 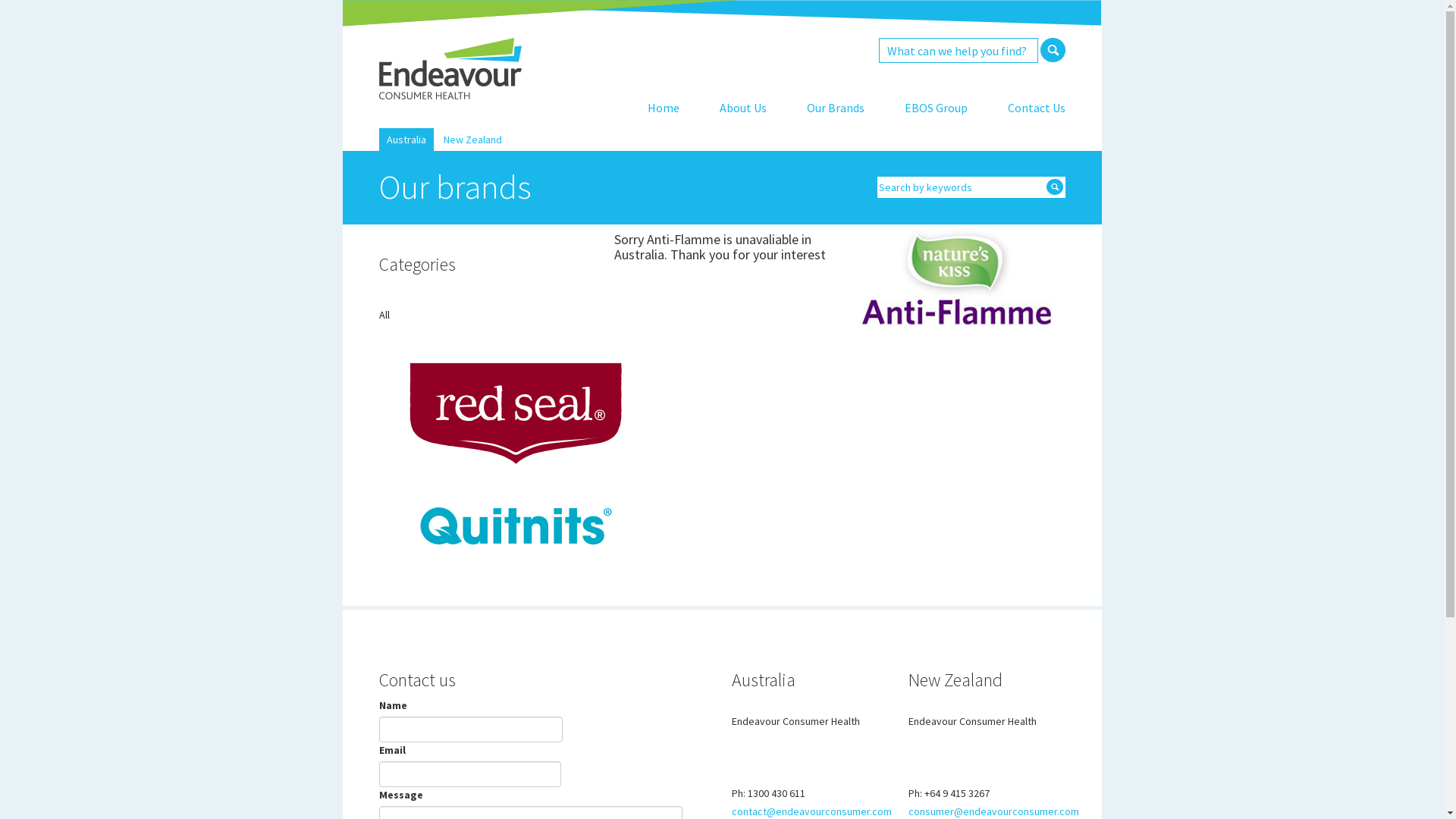 What do you see at coordinates (835, 107) in the screenshot?
I see `'Our Brands'` at bounding box center [835, 107].